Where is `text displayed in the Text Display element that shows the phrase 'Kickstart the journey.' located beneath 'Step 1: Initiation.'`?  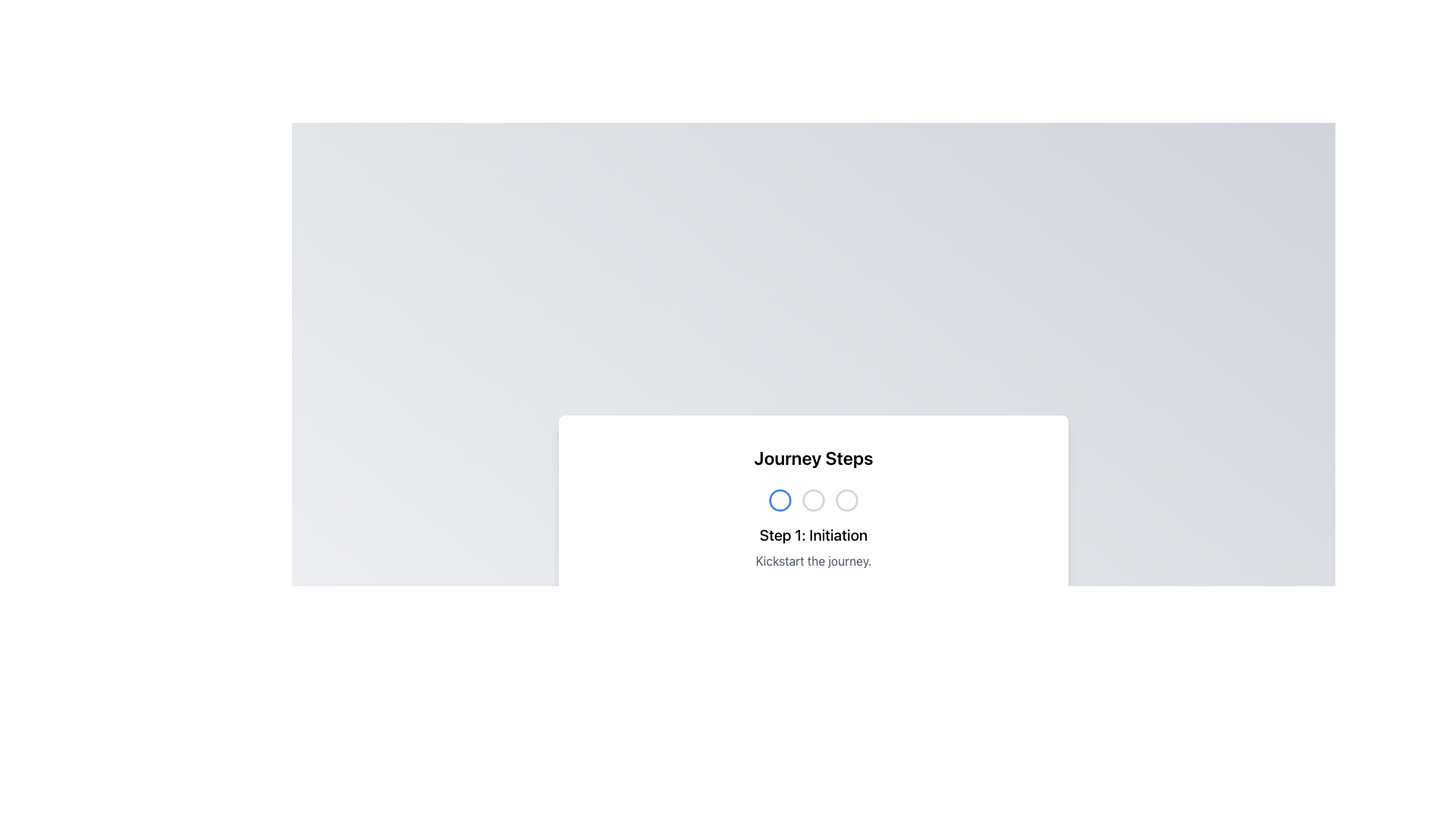
text displayed in the Text Display element that shows the phrase 'Kickstart the journey.' located beneath 'Step 1: Initiation.' is located at coordinates (813, 561).